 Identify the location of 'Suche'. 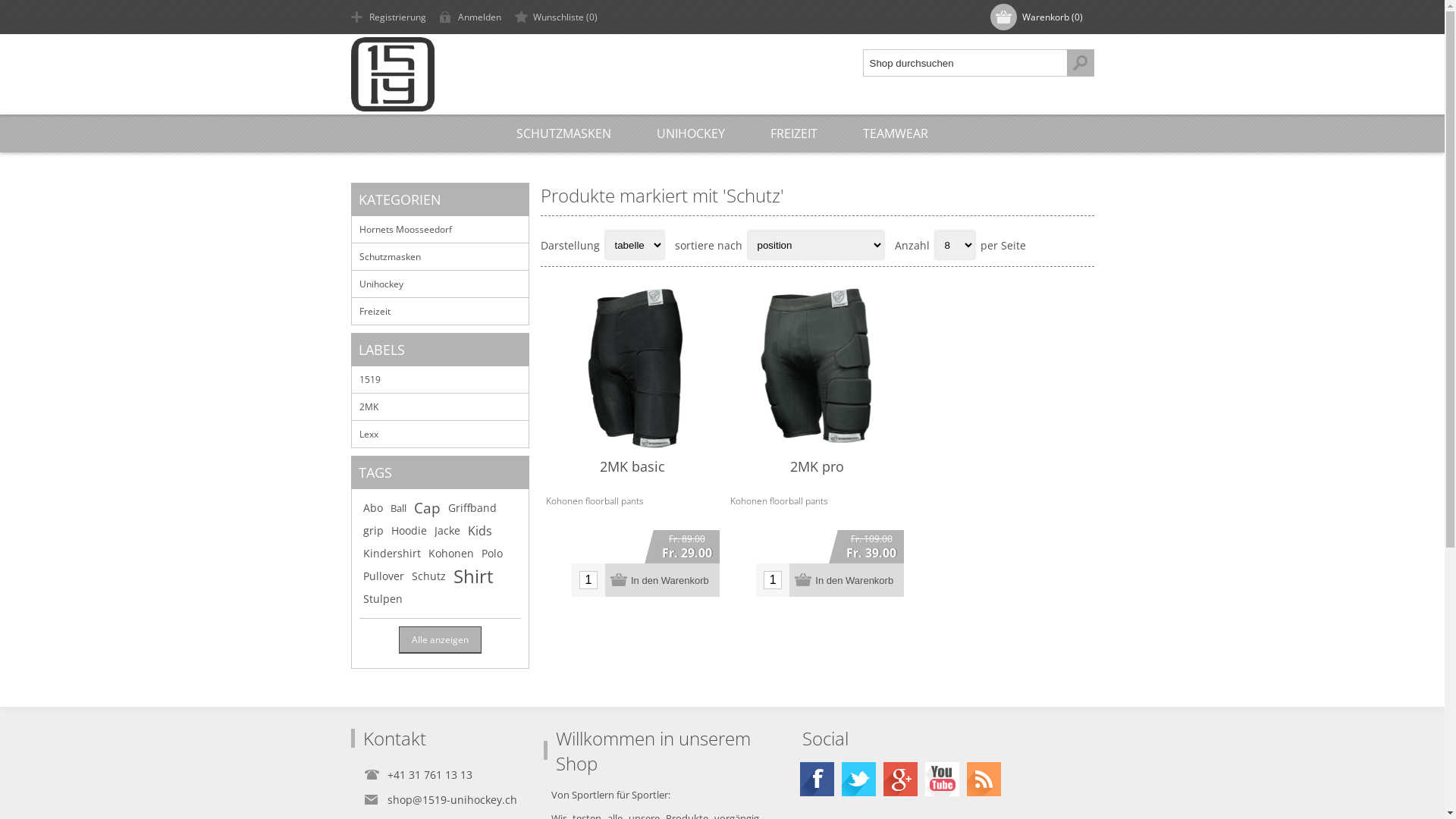
(1079, 62).